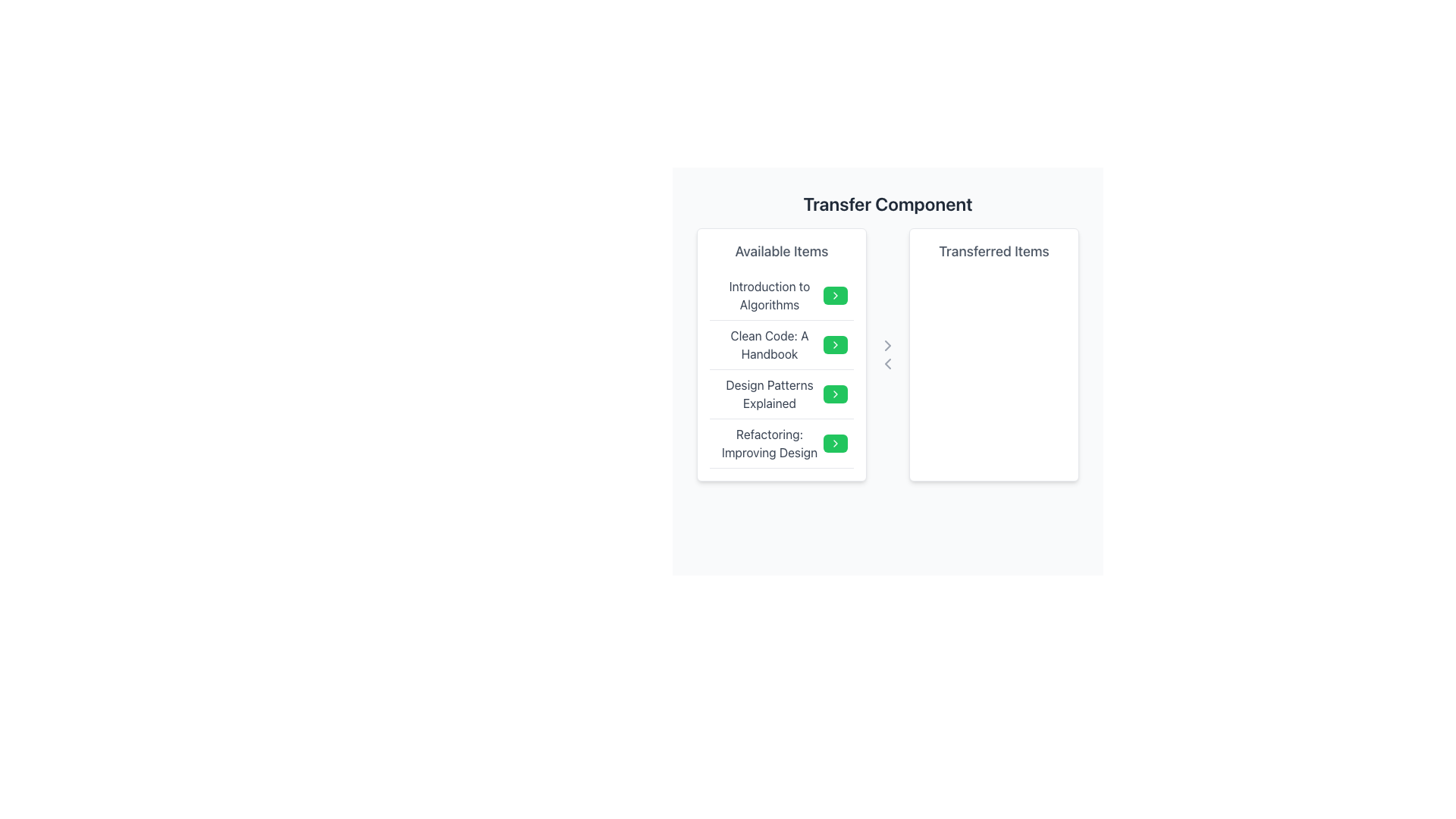 This screenshot has height=819, width=1456. Describe the element at coordinates (782, 345) in the screenshot. I see `the second list item titled 'Clean Code: A Handbook' in the 'Available Items' panel` at that location.